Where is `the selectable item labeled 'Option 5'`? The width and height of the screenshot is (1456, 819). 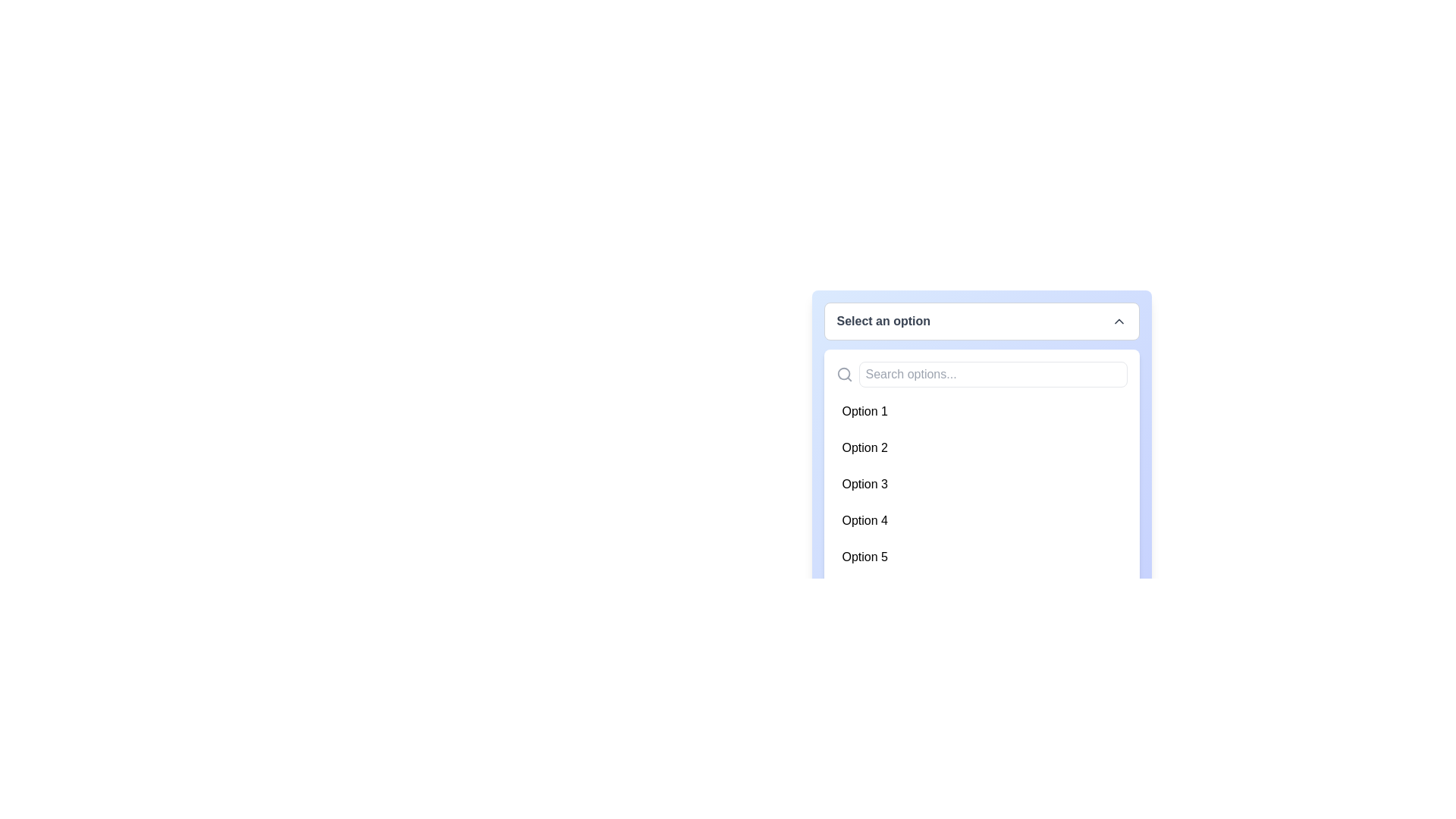
the selectable item labeled 'Option 5' is located at coordinates (981, 557).